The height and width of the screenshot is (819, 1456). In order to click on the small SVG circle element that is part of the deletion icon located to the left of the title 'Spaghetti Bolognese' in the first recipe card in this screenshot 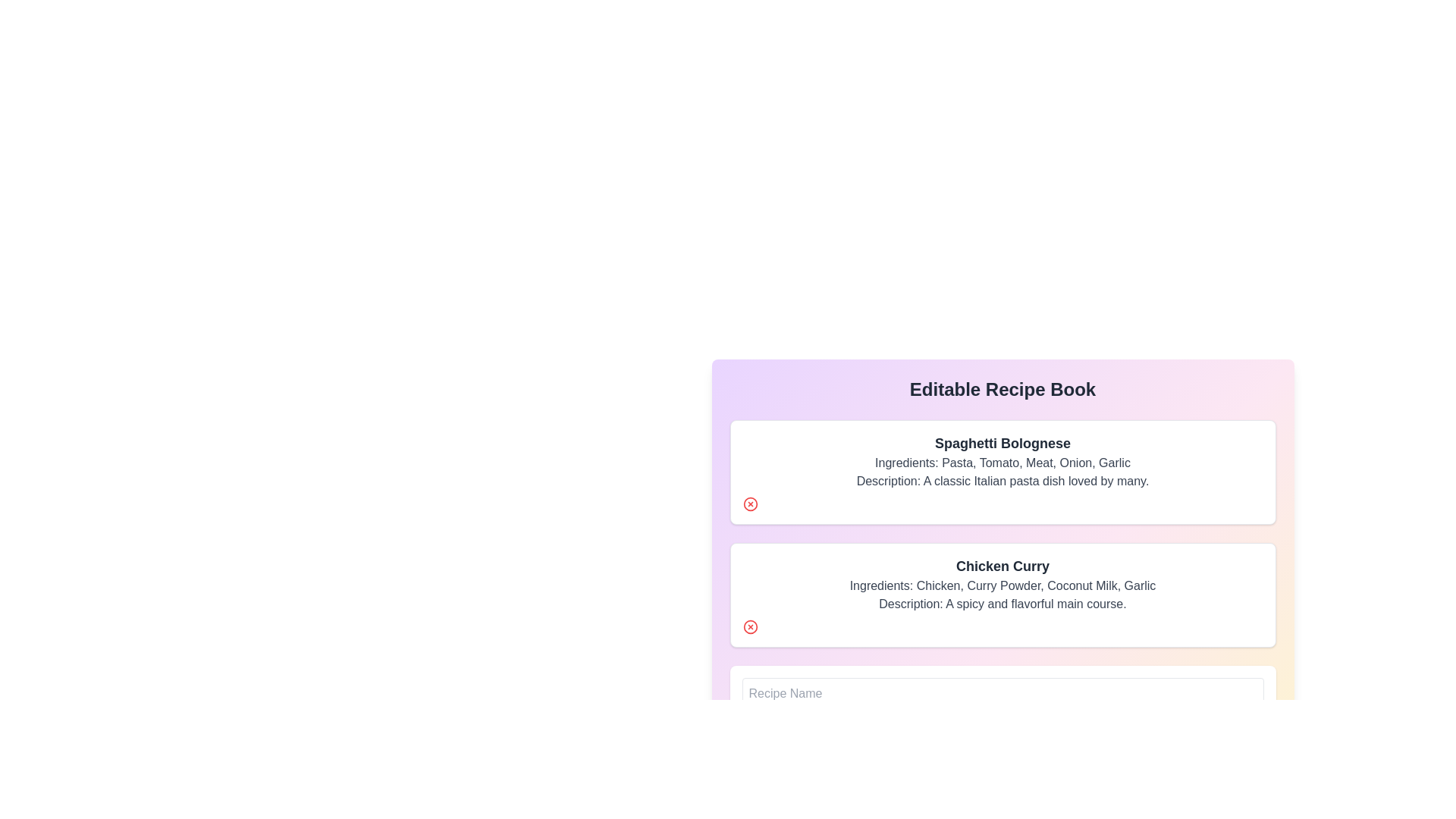, I will do `click(750, 626)`.